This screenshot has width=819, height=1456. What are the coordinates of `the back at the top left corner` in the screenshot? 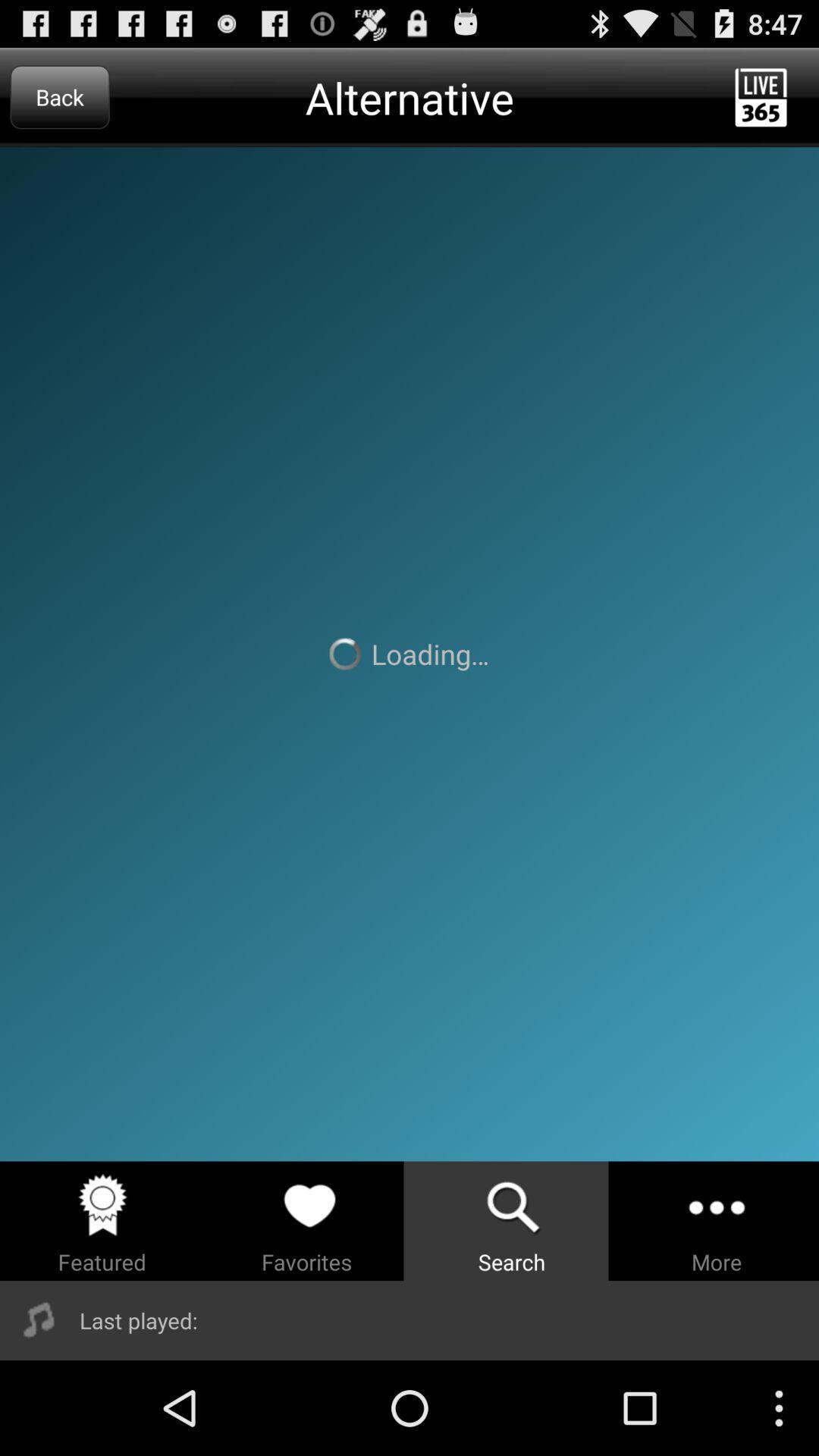 It's located at (59, 96).